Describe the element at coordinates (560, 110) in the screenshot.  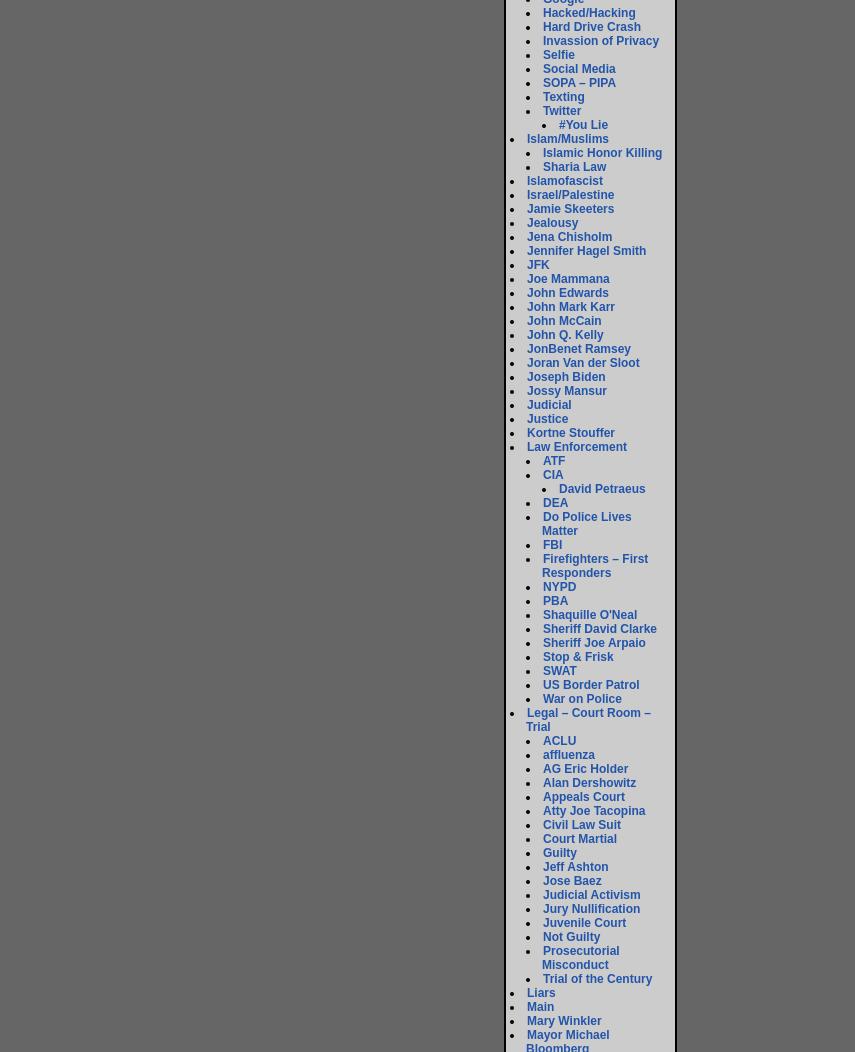
I see `'Twitter'` at that location.